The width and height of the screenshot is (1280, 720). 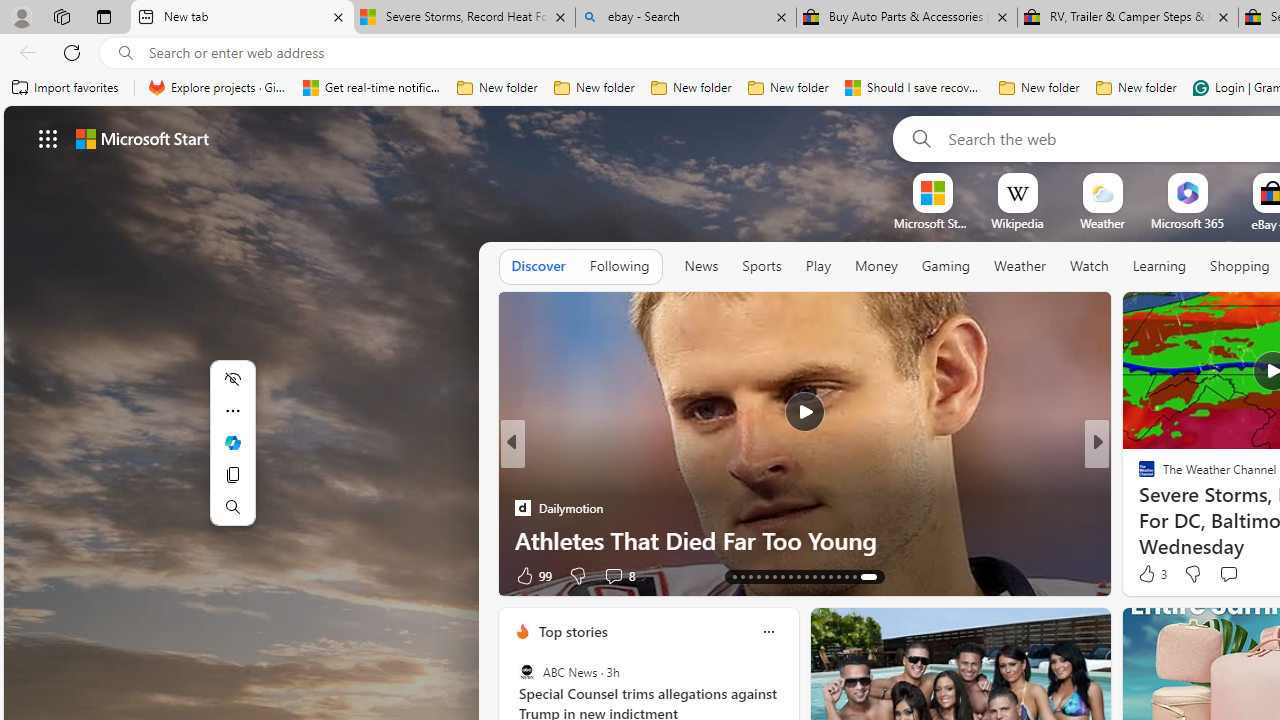 I want to click on 'Verywell Mind', so click(x=1138, y=506).